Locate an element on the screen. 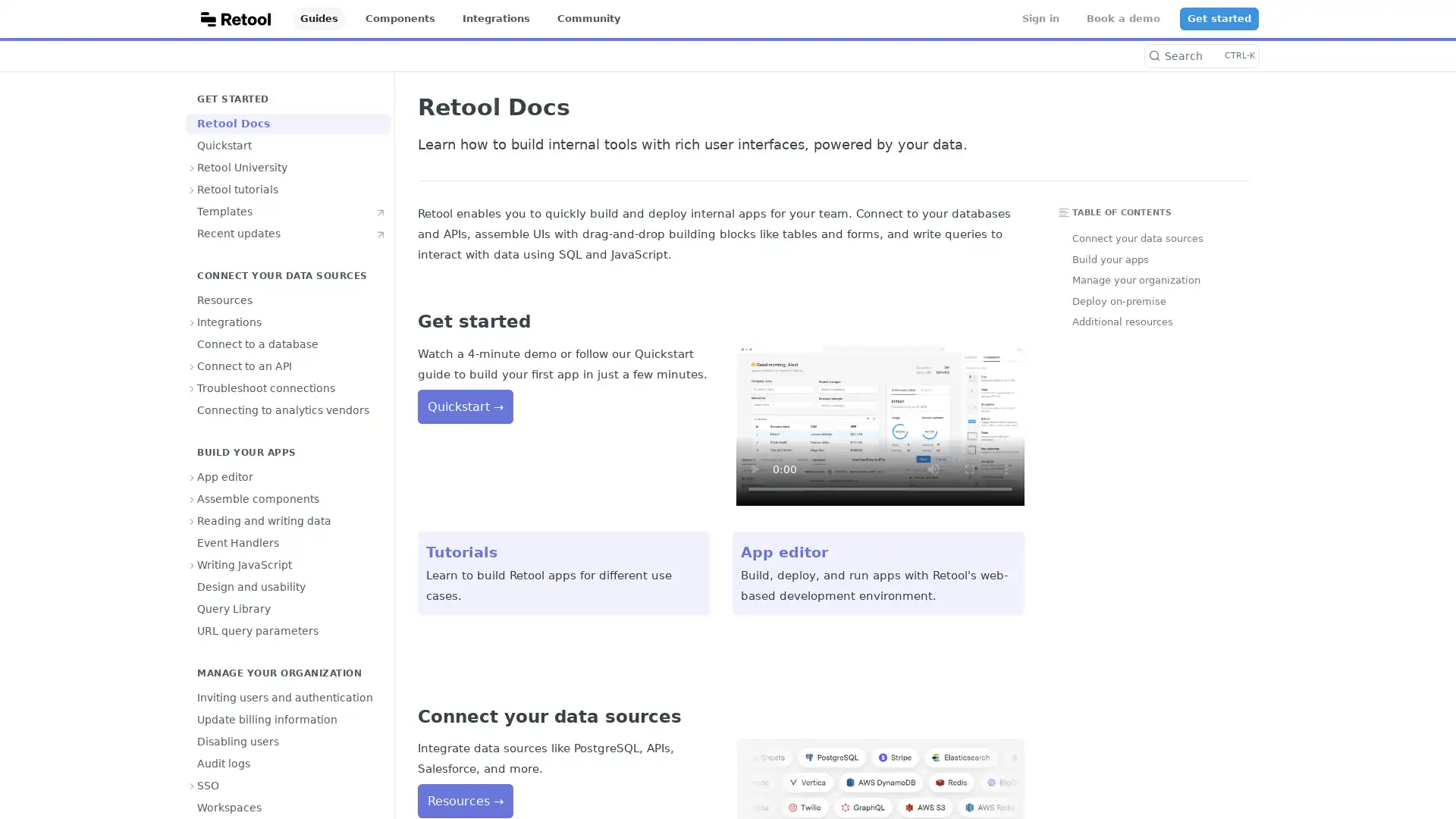 This screenshot has height=819, width=1456. Show subpages for App editor is located at coordinates (192, 475).